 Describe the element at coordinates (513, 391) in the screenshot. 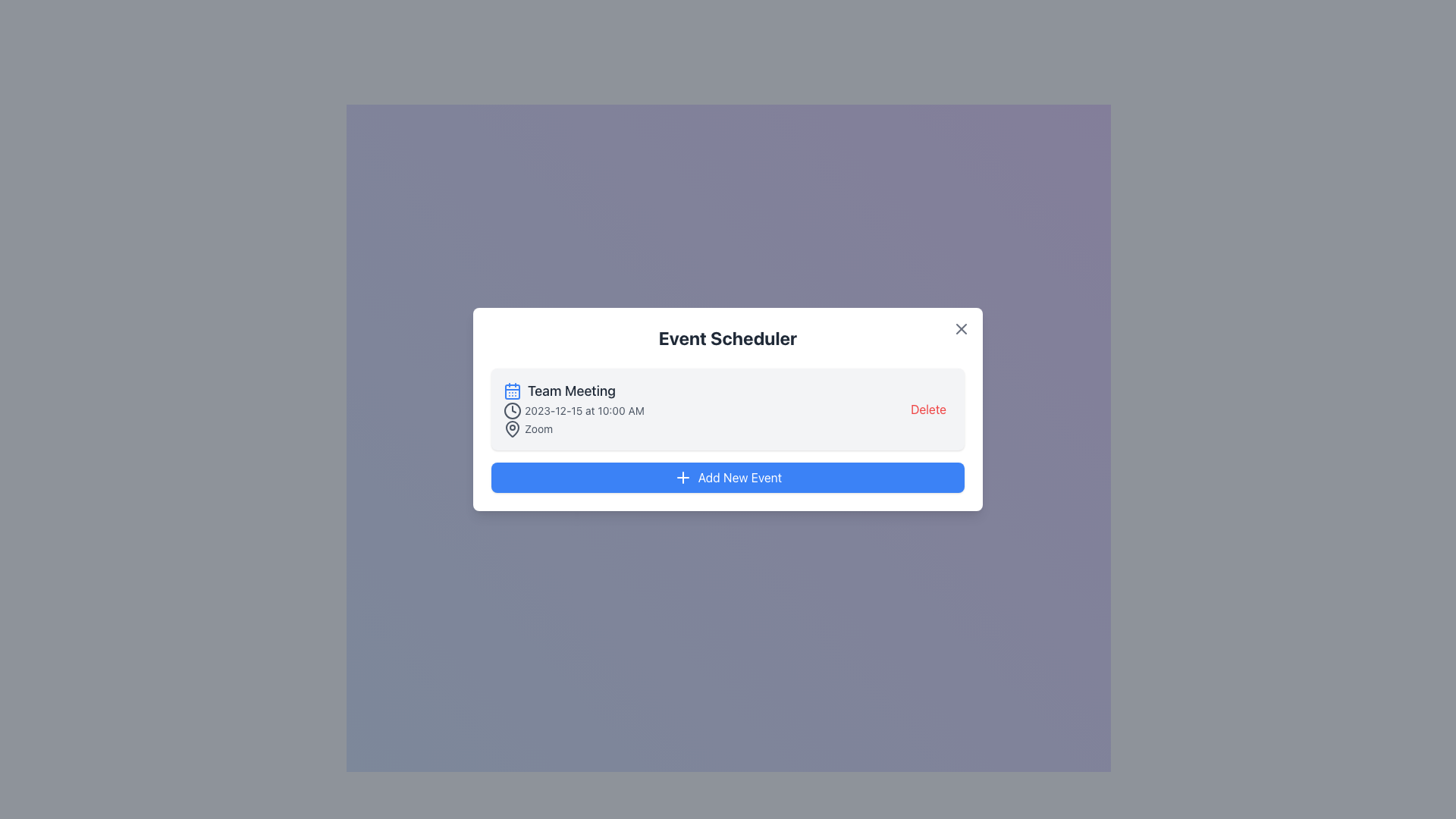

I see `the small rectangular shape with rounded corners that represents the main date display area of the calendar icon, located to the left of the 'Team Meeting' title within the 'Event Scheduler' modal` at that location.